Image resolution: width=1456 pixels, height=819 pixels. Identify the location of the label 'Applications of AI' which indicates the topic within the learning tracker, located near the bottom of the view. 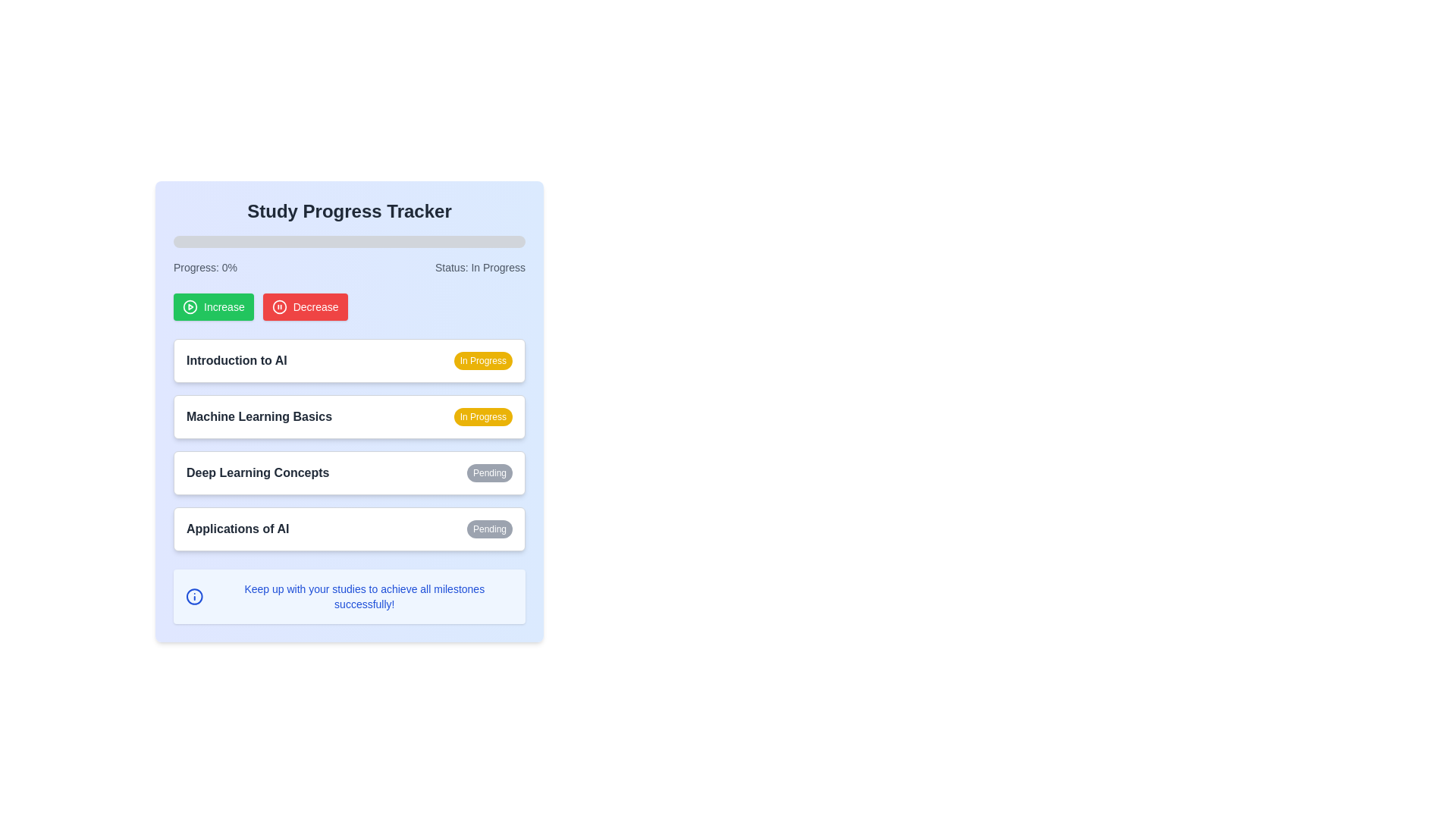
(237, 529).